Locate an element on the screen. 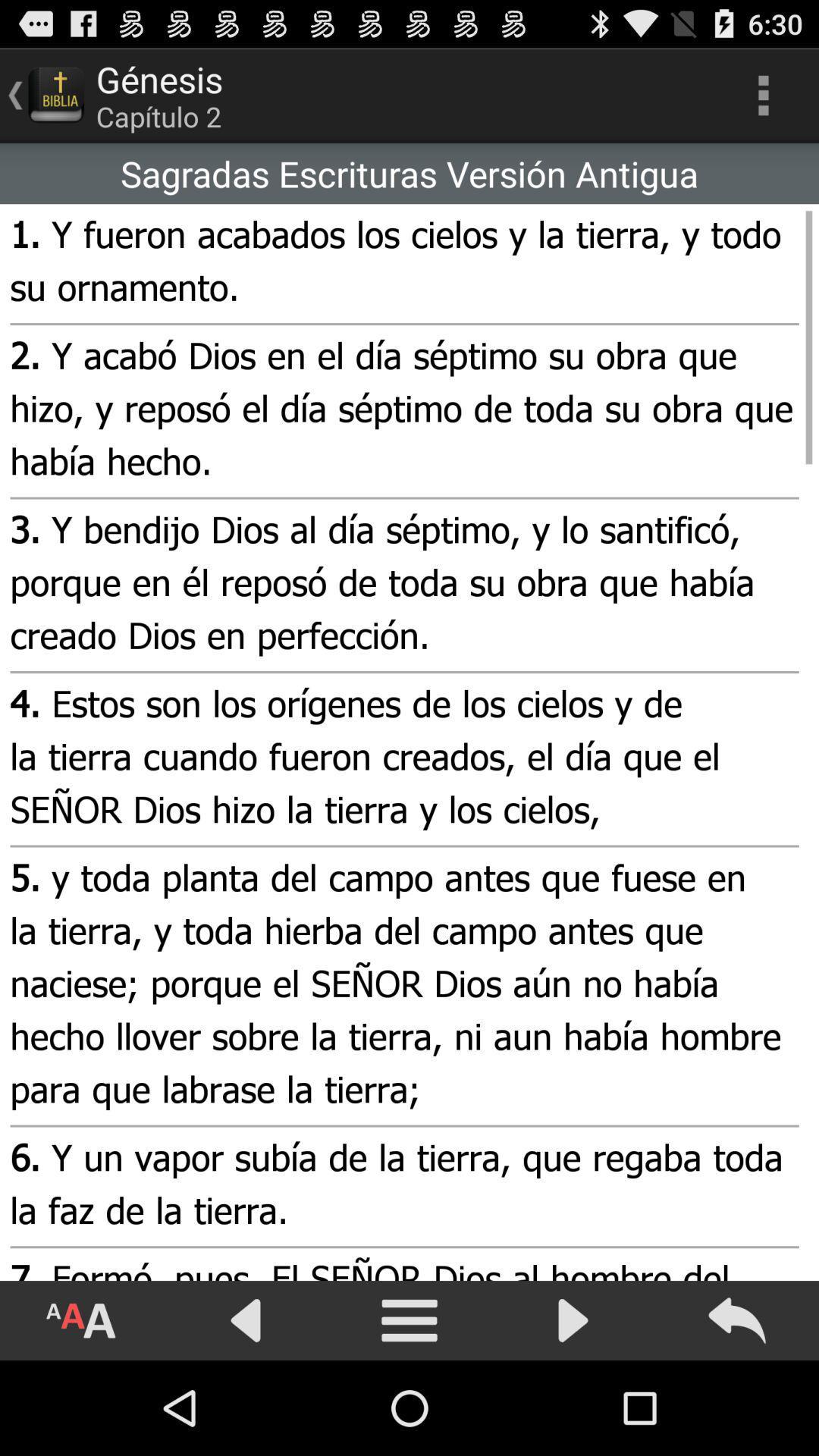  item above 5 y toda is located at coordinates (402, 759).